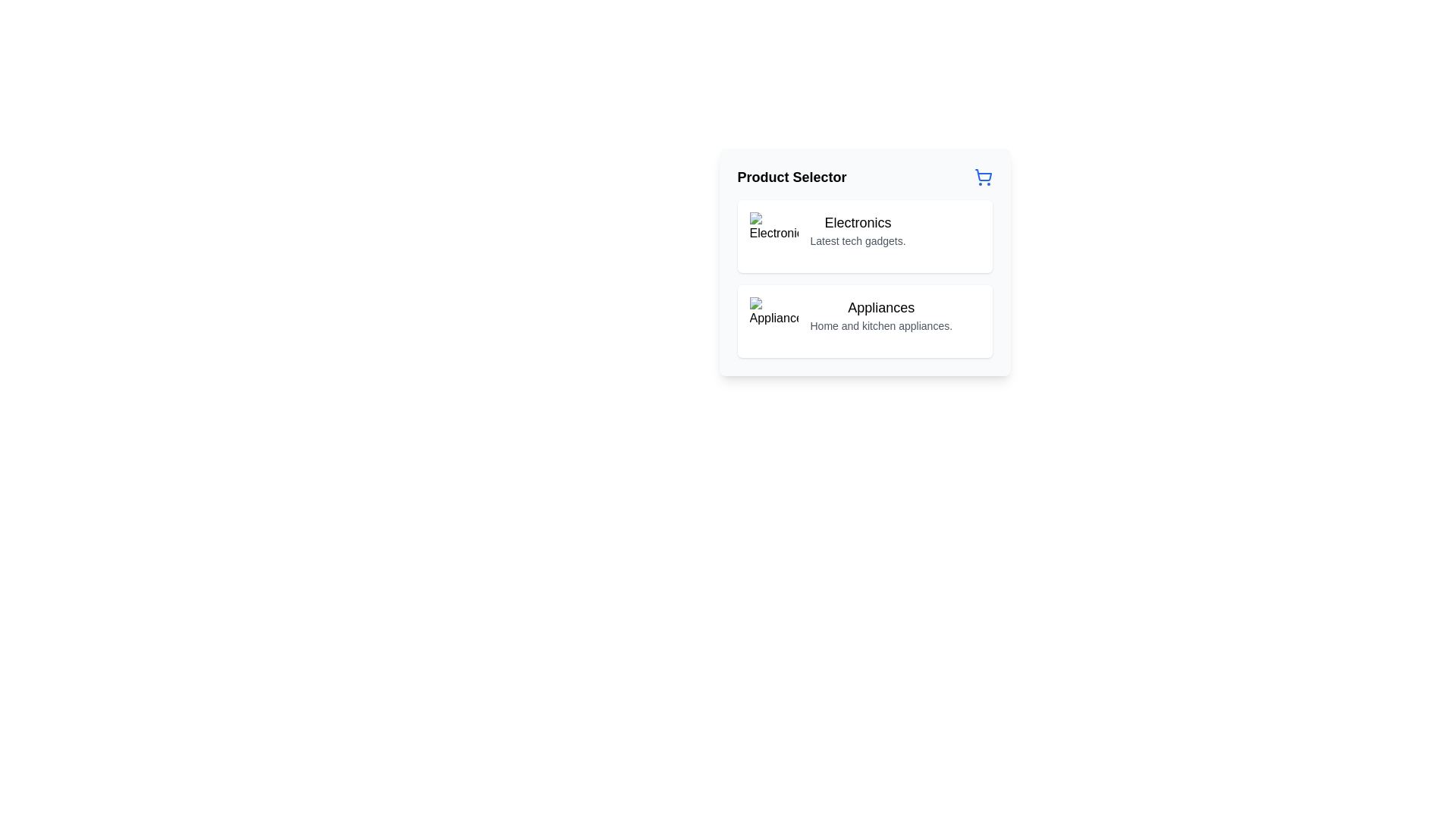  Describe the element at coordinates (858, 240) in the screenshot. I see `the text element displaying 'Latest tech gadgets.', which is styled with a smaller font size and a gray color, located below the bold 'Electronics' title in the 'Electronics' section` at that location.